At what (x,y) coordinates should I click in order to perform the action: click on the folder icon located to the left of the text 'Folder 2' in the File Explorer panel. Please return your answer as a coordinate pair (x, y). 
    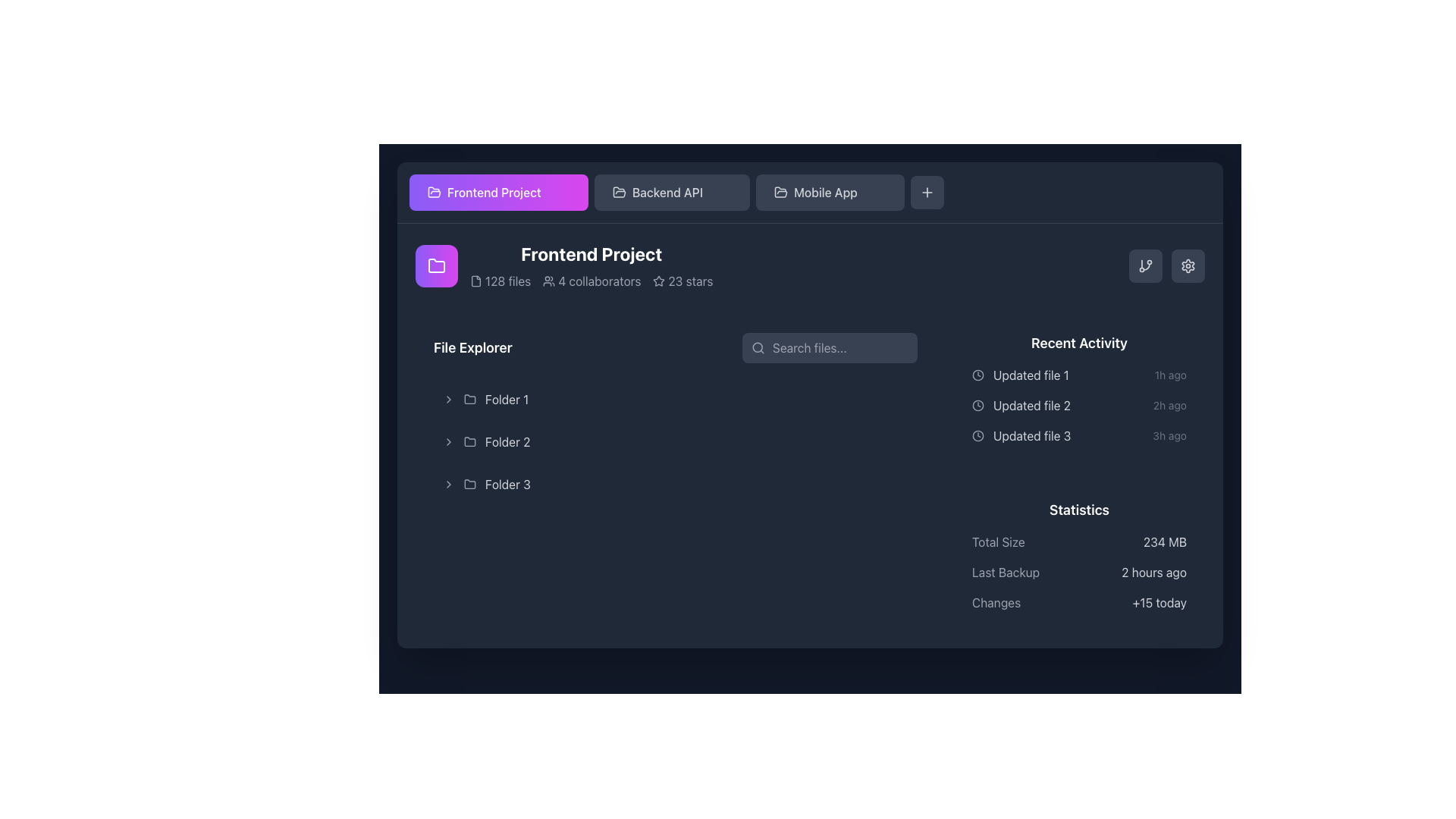
    Looking at the image, I should click on (469, 441).